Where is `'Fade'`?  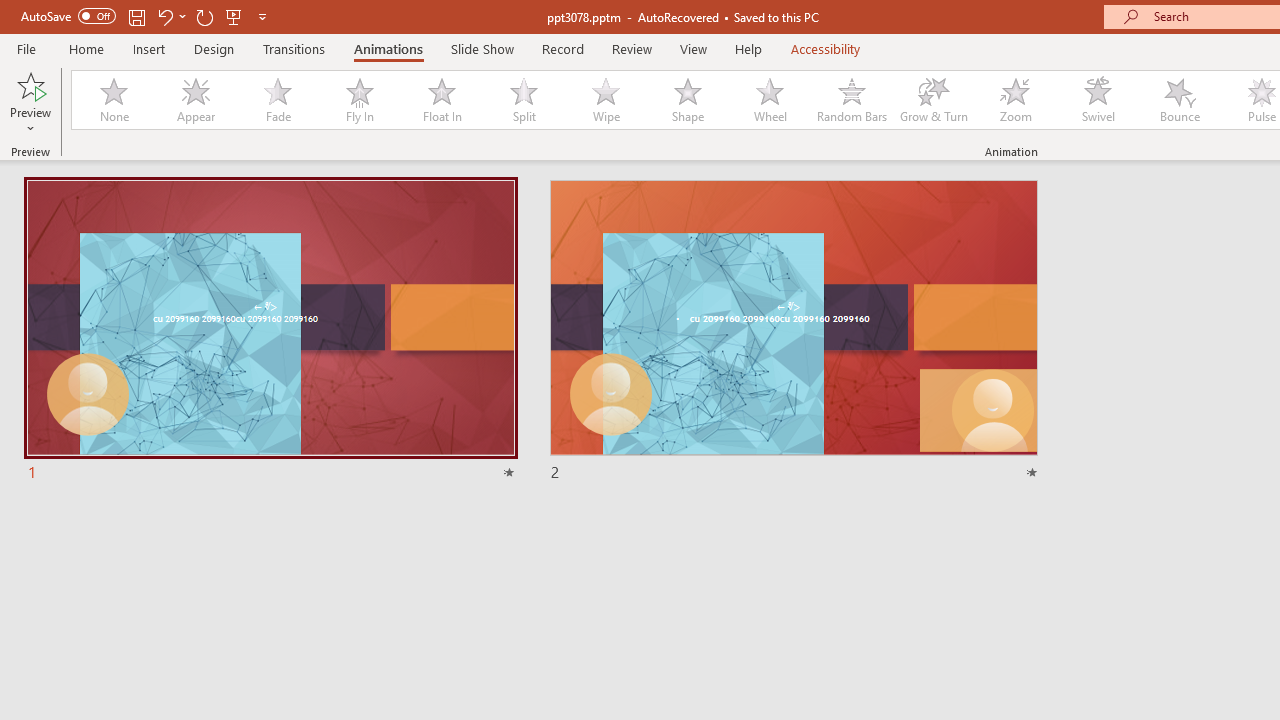 'Fade' is located at coordinates (276, 100).